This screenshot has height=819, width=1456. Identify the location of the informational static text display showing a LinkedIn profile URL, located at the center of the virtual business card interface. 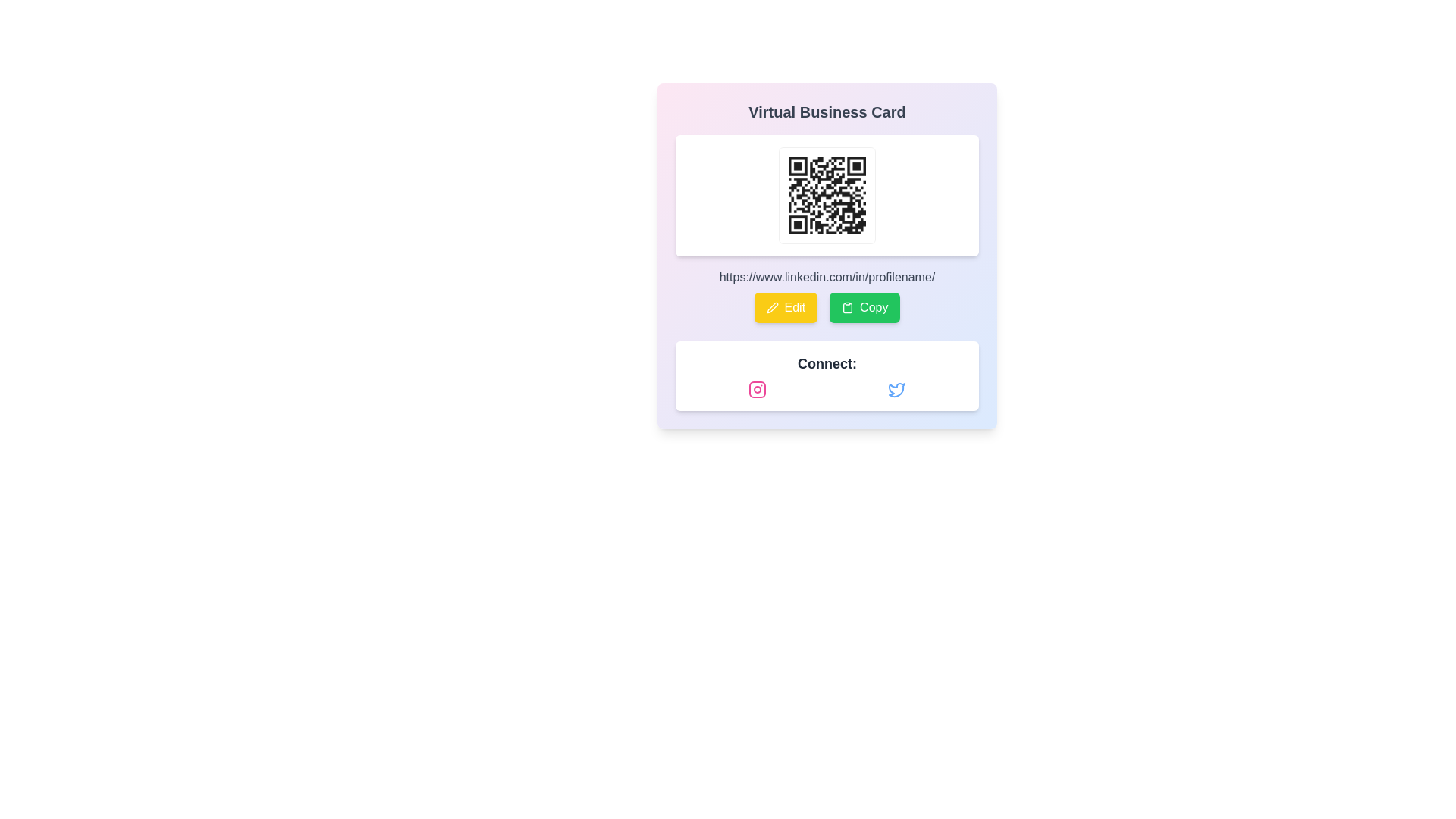
(826, 278).